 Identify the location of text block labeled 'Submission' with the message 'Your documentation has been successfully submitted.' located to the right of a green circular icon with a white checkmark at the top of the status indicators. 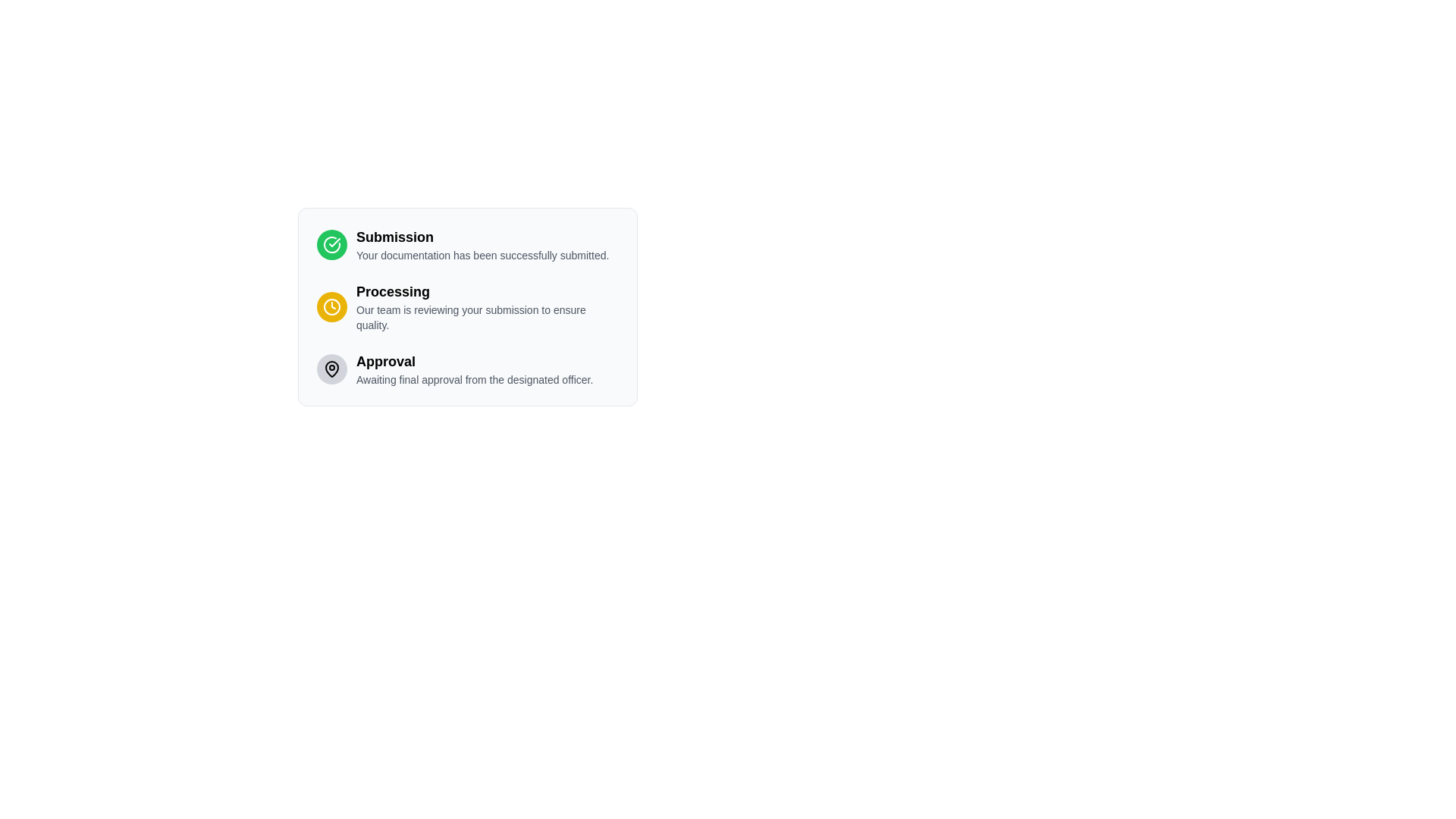
(482, 244).